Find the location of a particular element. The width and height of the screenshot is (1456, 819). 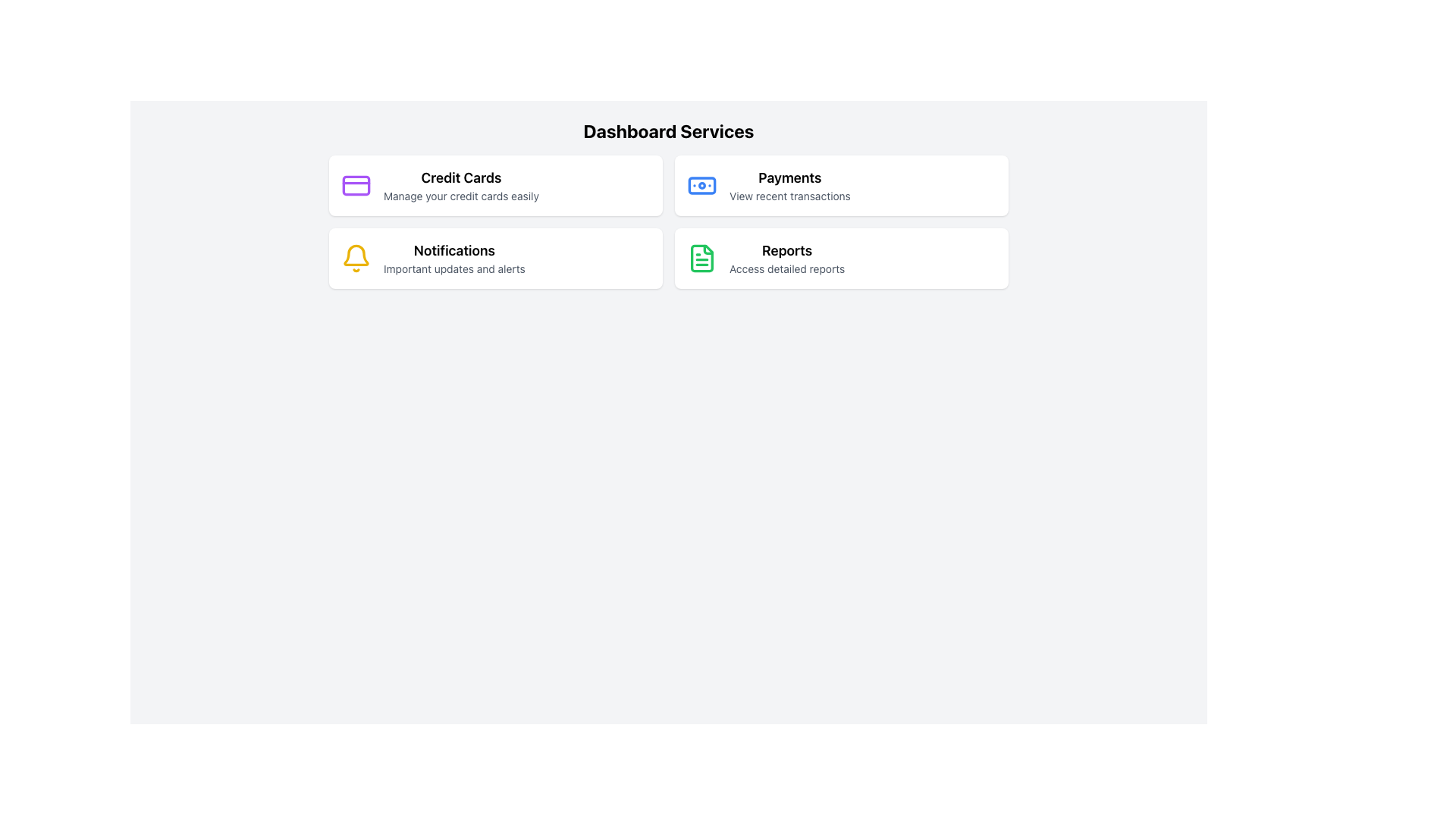

code of the SVG Rectangle that represents the credit card feature in the 'Credit Cards' section of the grid layout by opening the developer tools is located at coordinates (356, 184).